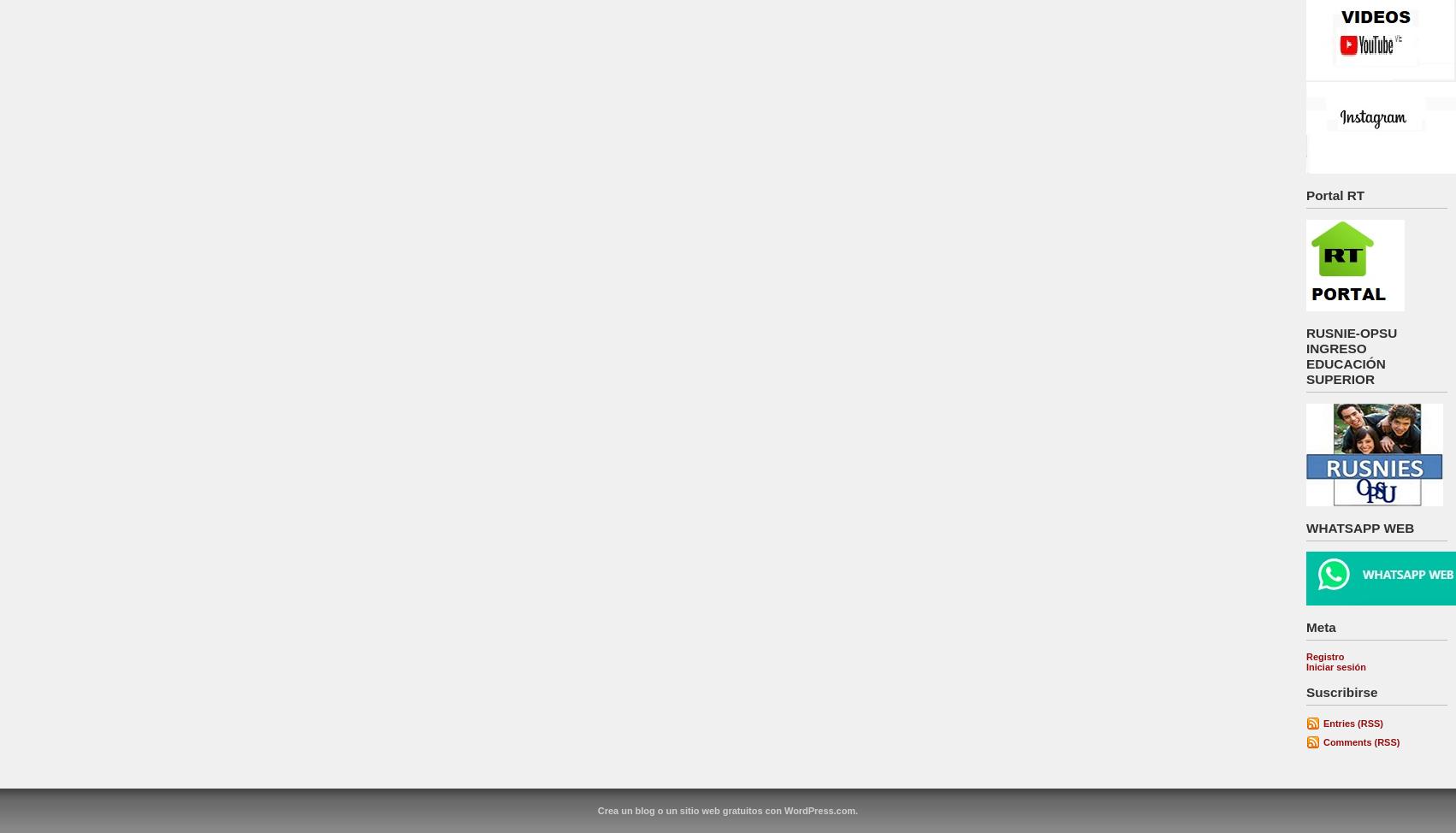 This screenshot has height=833, width=1456. Describe the element at coordinates (1352, 723) in the screenshot. I see `'Entries (RSS)'` at that location.